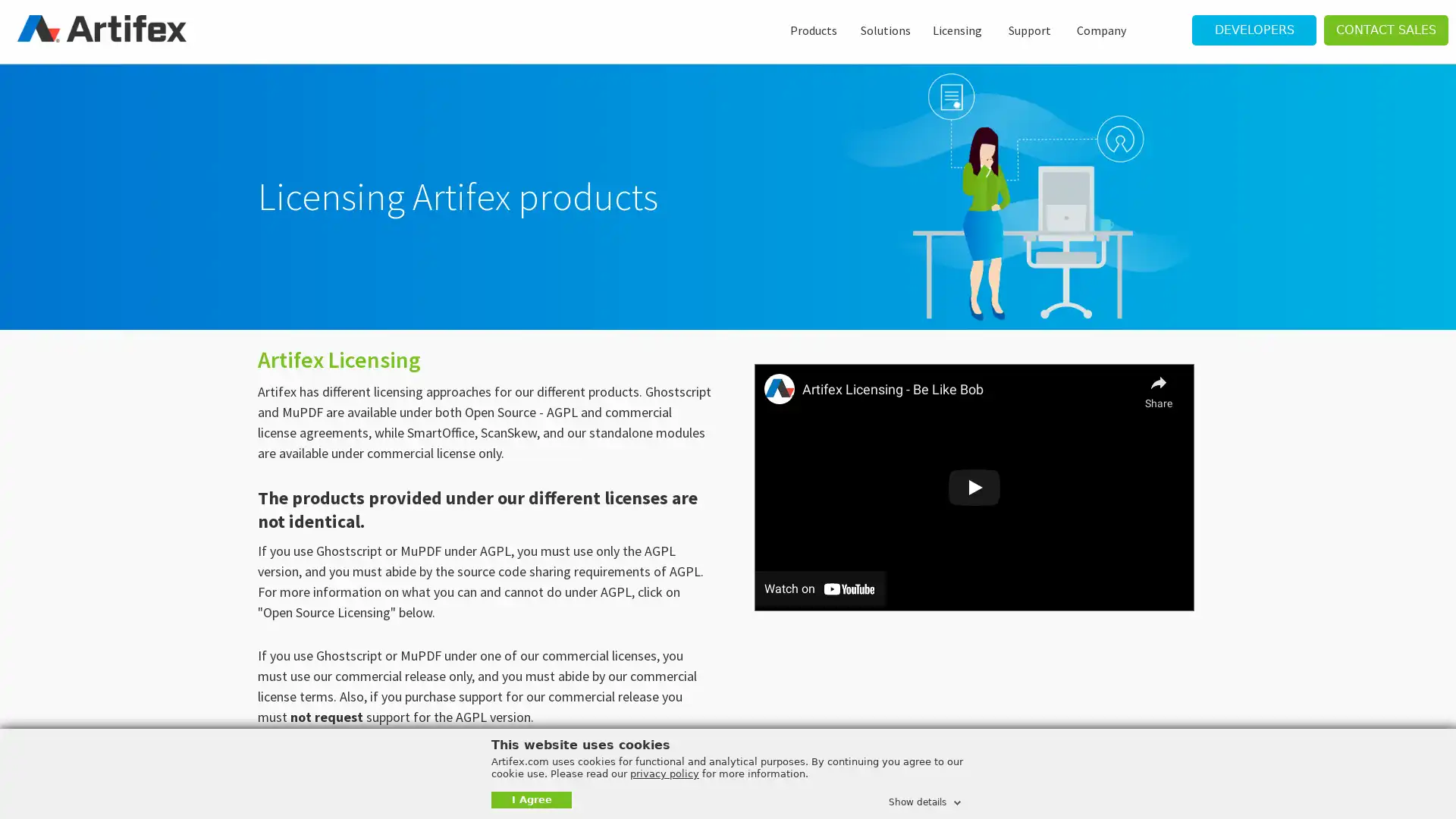 This screenshot has width=1456, height=819. Describe the element at coordinates (1254, 30) in the screenshot. I see `DEVELOPERS` at that location.